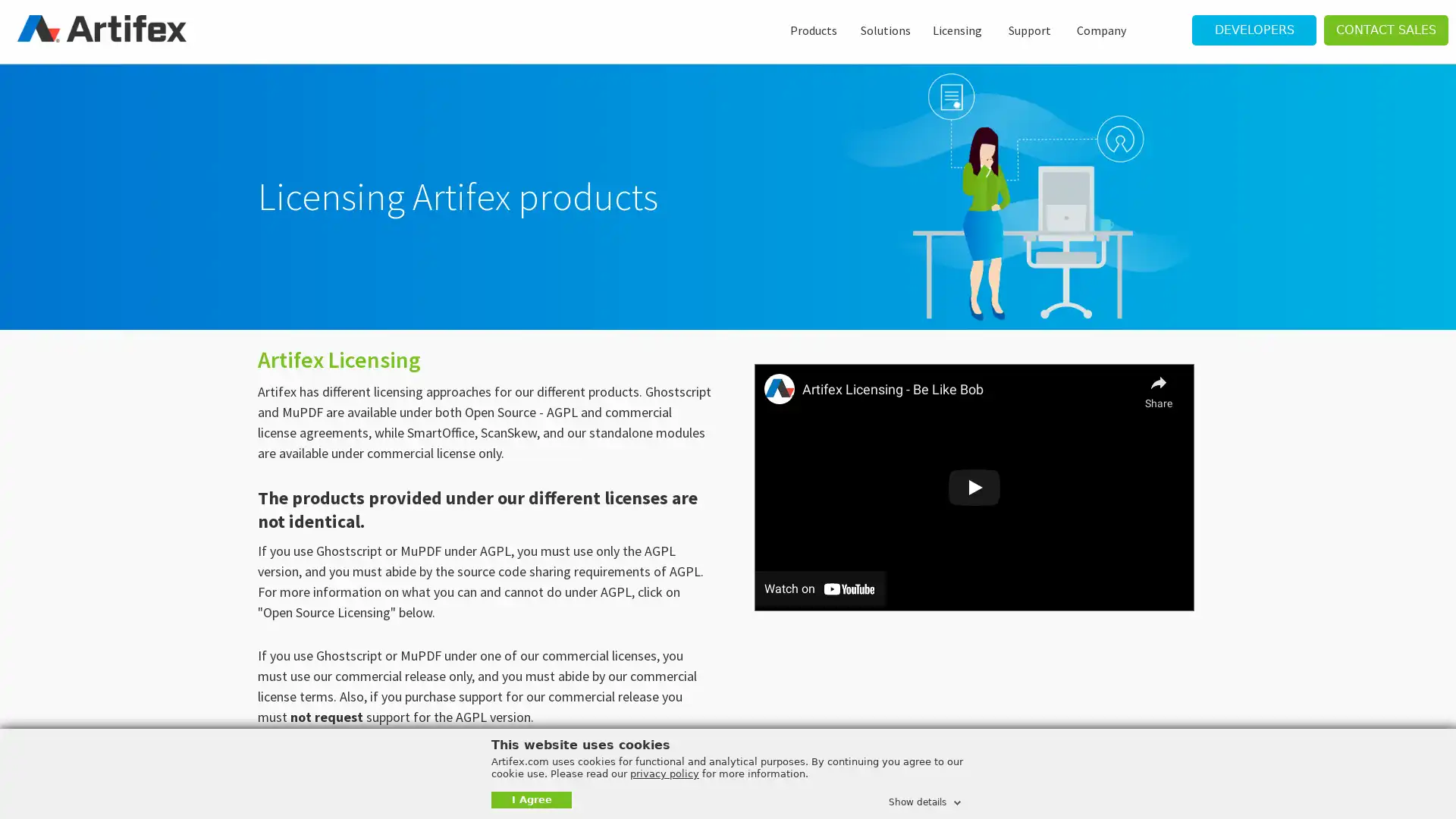 This screenshot has width=1456, height=819. Describe the element at coordinates (1254, 30) in the screenshot. I see `DEVELOPERS` at that location.